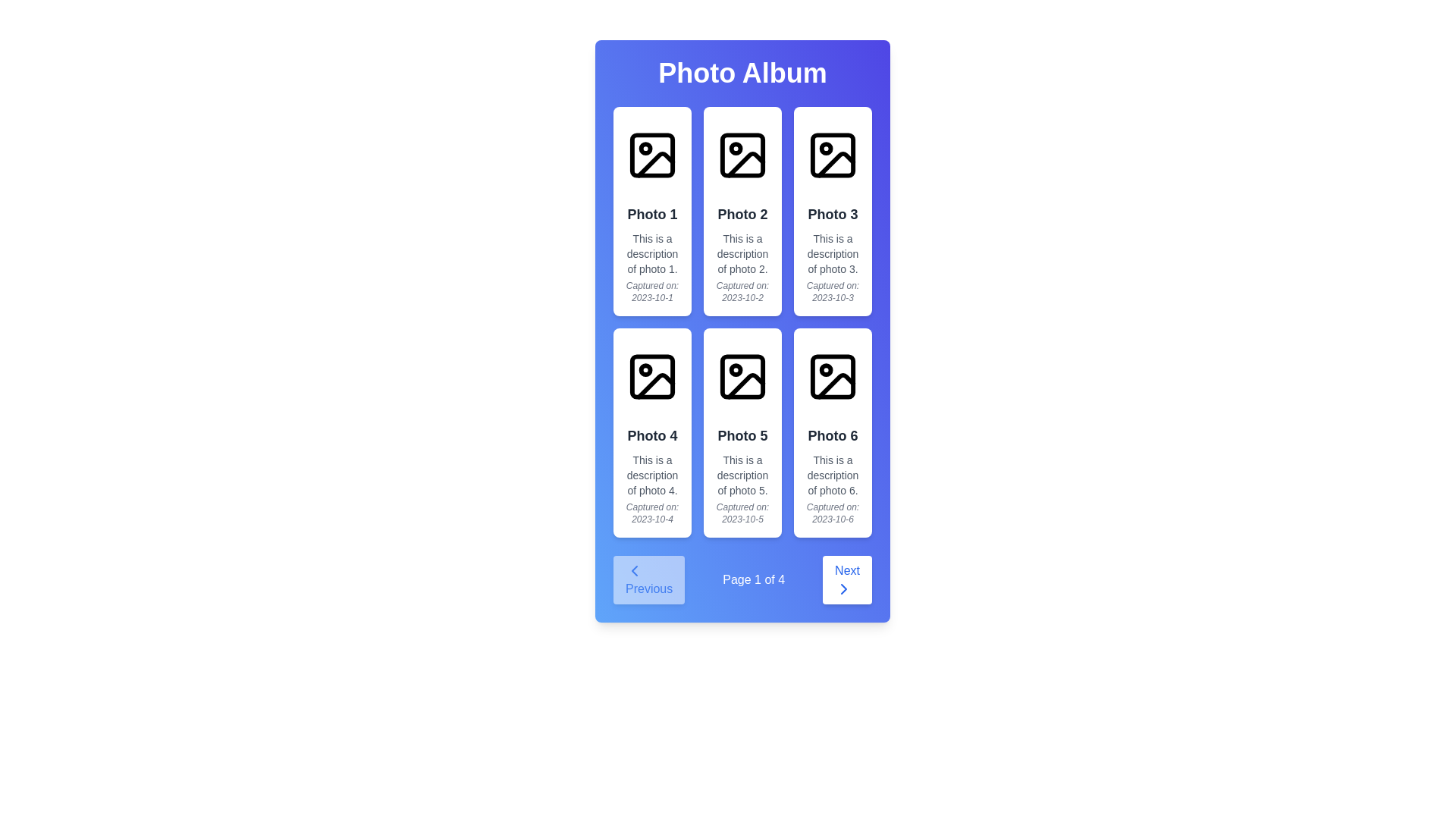 Image resolution: width=1456 pixels, height=819 pixels. What do you see at coordinates (652, 376) in the screenshot?
I see `the graphical icon representing an image within the fourth card of a grid, located above the title 'Photo 4'` at bounding box center [652, 376].